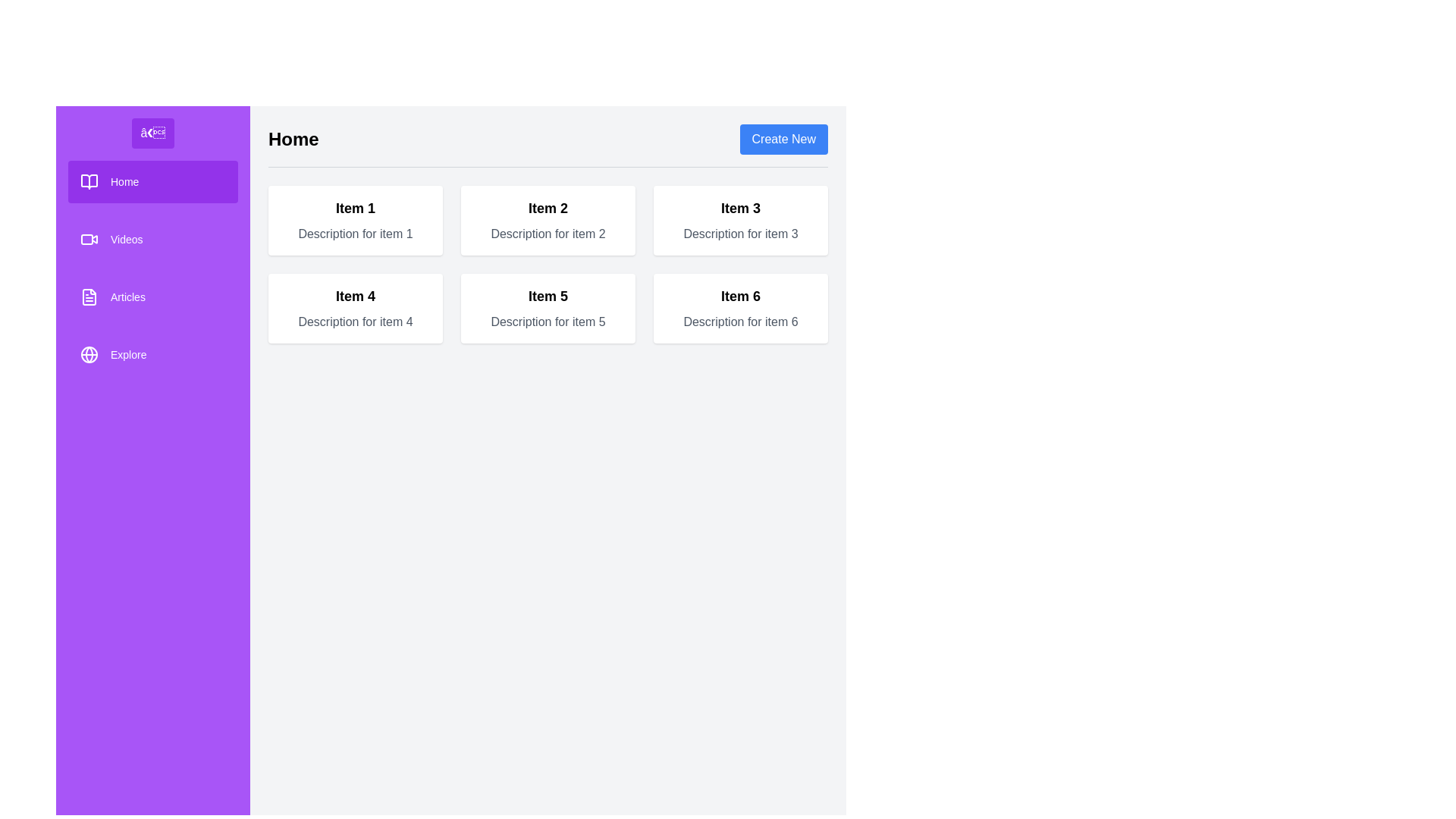 The image size is (1456, 819). I want to click on the open book icon in the side navigation bar, so click(89, 180).